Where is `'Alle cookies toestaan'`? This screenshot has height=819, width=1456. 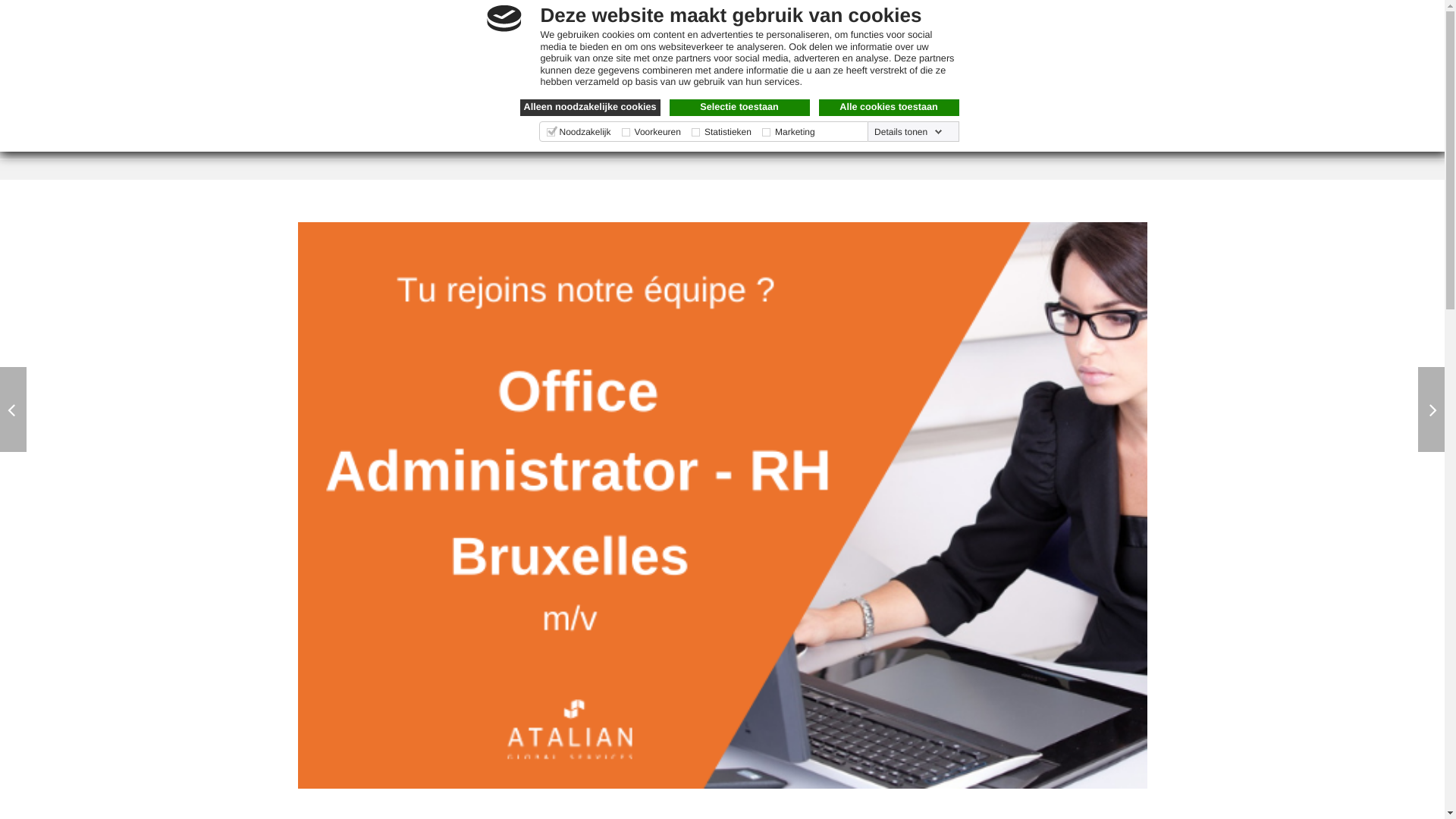
'Alle cookies toestaan' is located at coordinates (889, 107).